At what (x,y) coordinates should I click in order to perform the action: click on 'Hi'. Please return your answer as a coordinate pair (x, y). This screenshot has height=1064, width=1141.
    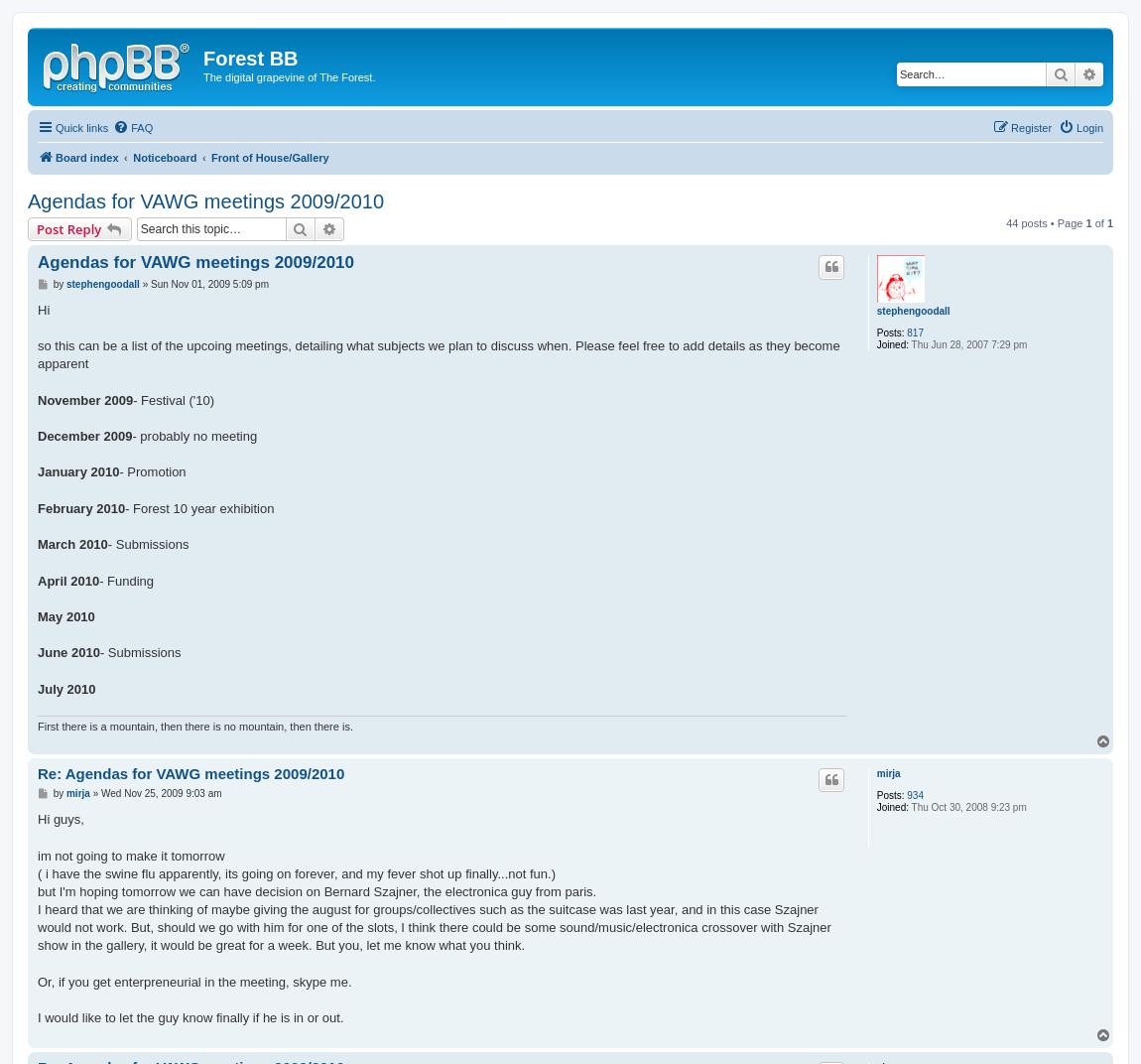
    Looking at the image, I should click on (43, 308).